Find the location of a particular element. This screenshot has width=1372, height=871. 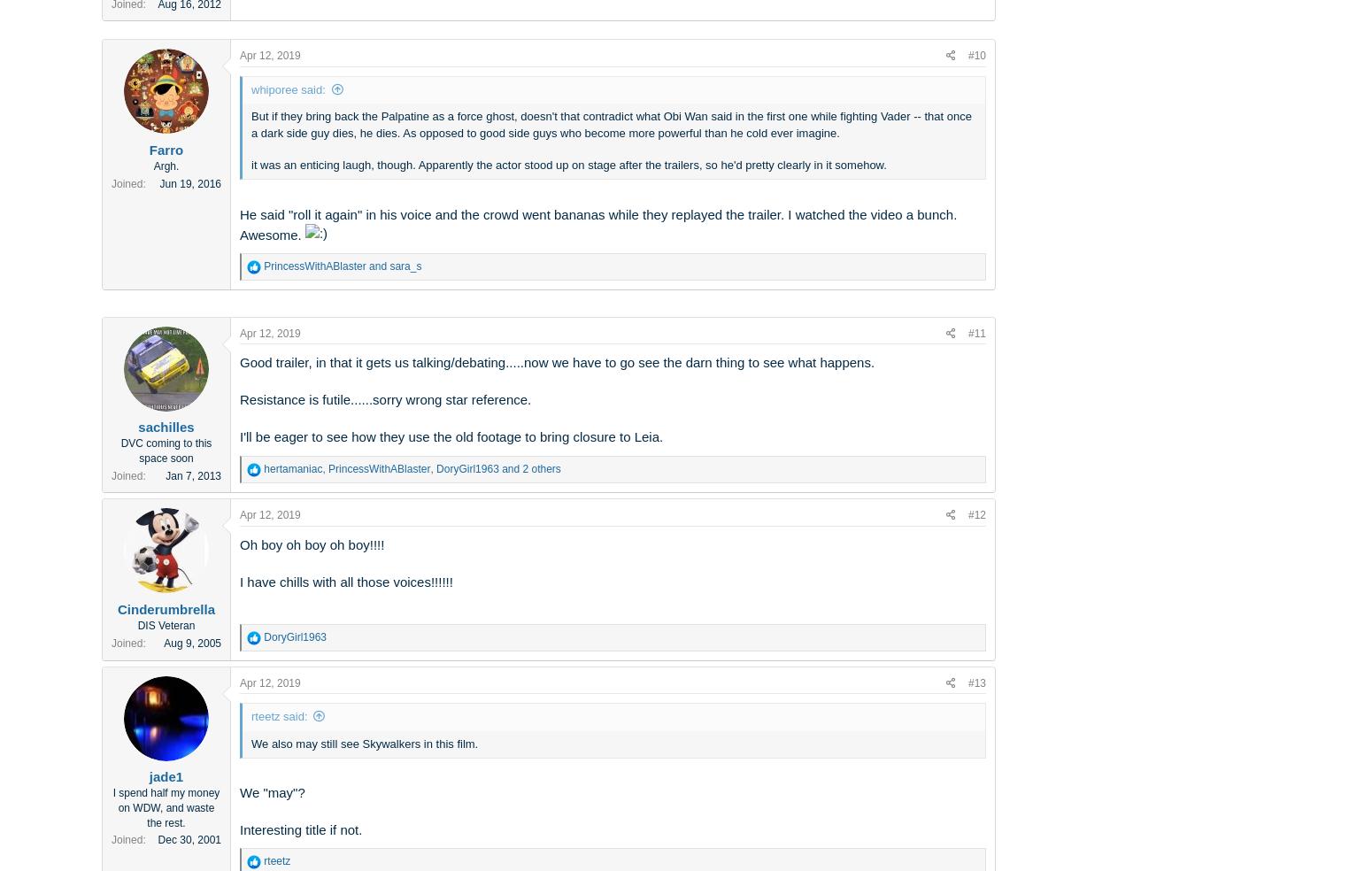

'I'll be eager to see how they use the old footage to bring closure to Leia.' is located at coordinates (239, 435).